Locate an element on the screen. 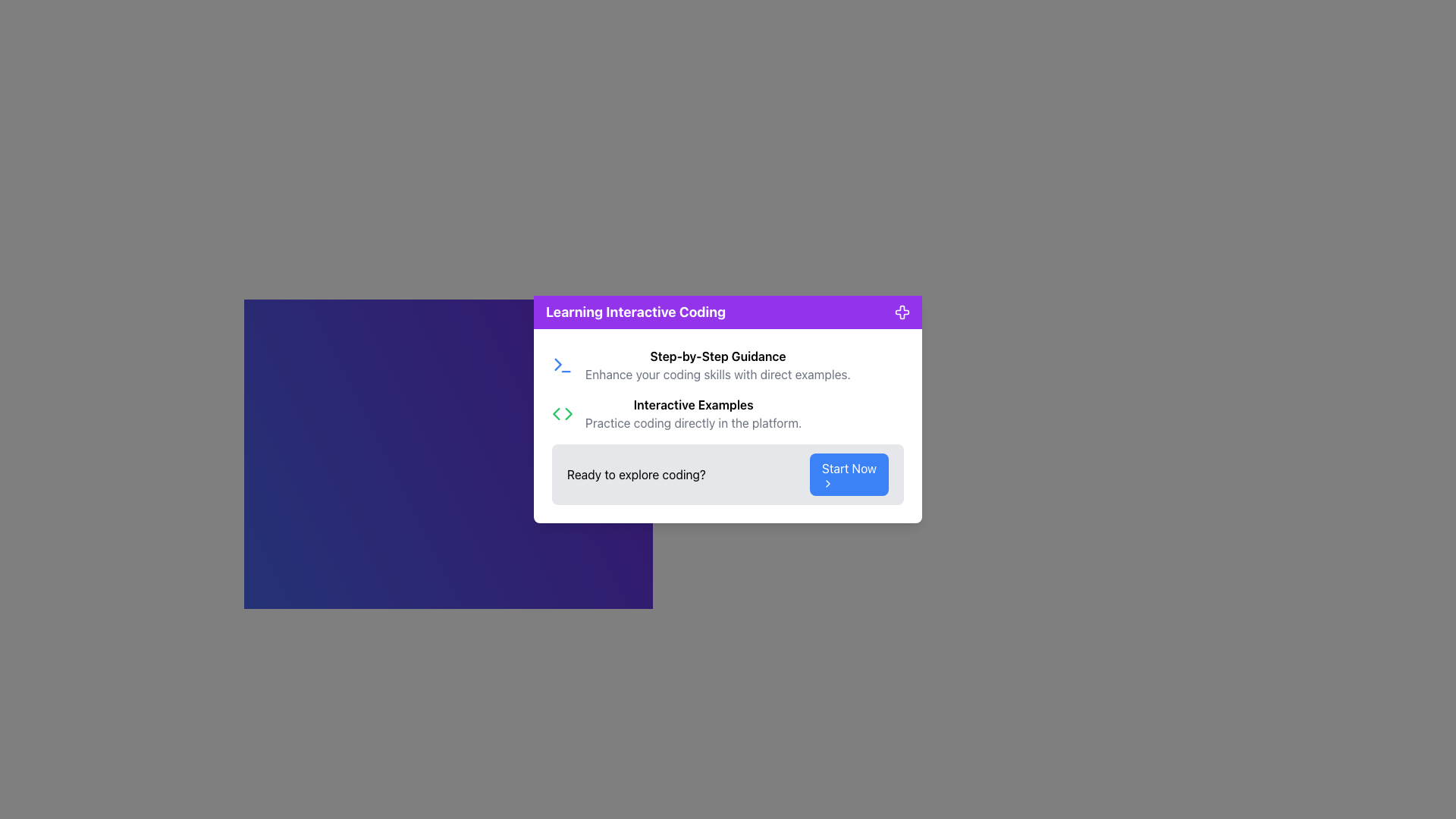  the green triangular brackets icon located in the 'Interactive Examples' section, to the left of the text 'Practice coding directly in the platform.' is located at coordinates (562, 414).